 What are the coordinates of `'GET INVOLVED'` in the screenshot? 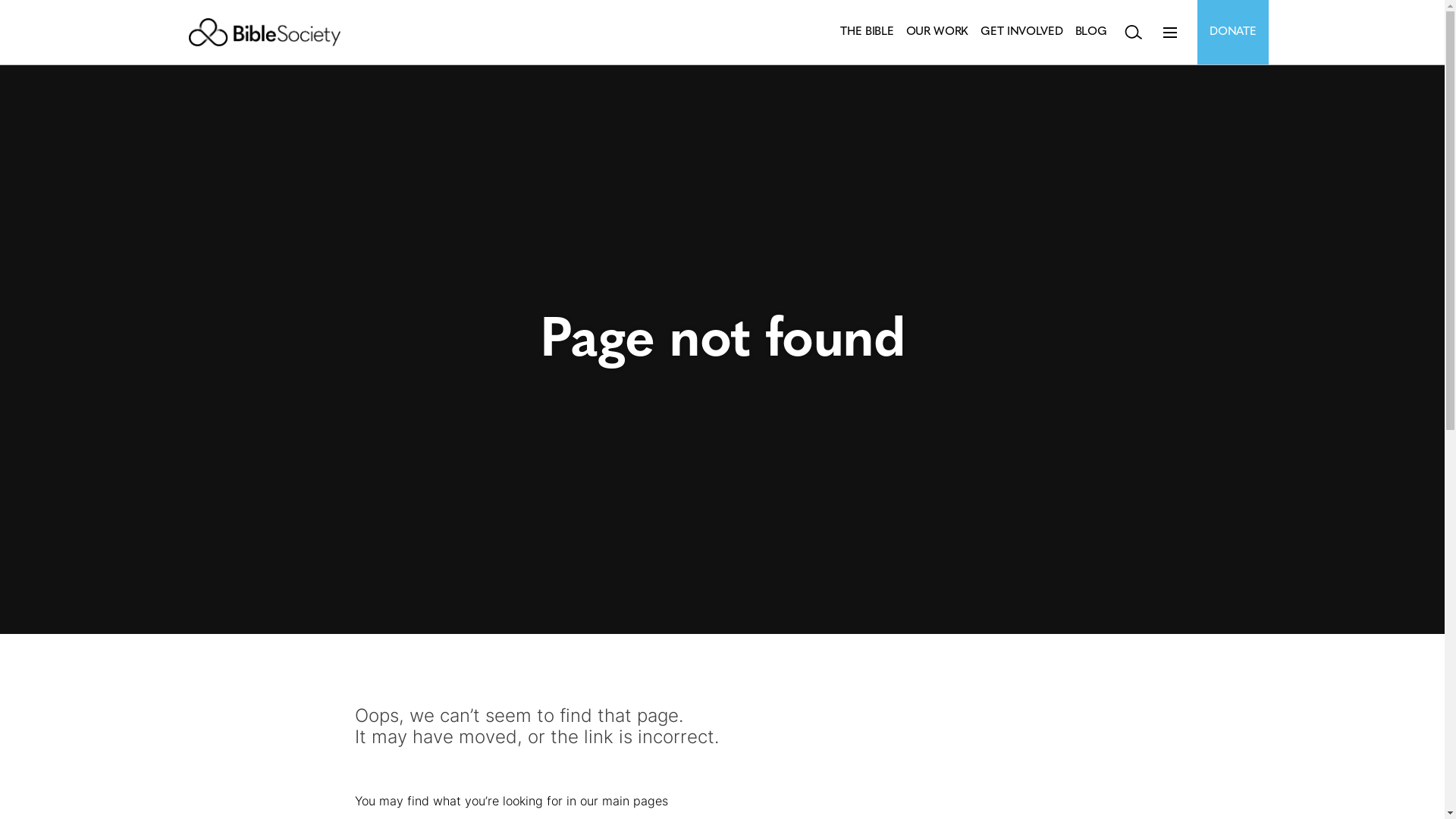 It's located at (980, 32).